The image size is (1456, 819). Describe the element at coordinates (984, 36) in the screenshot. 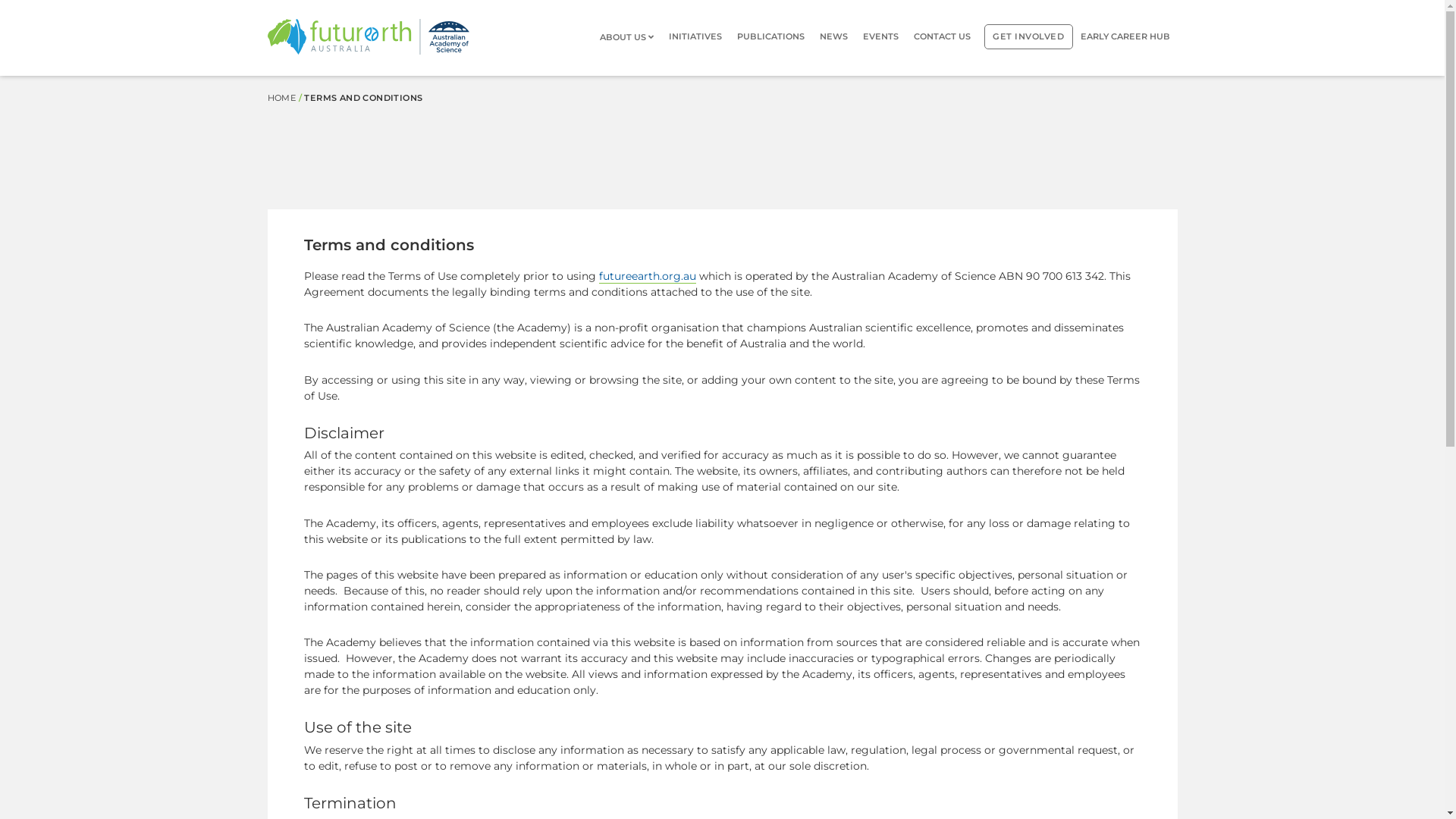

I see `'GET INVOLVED'` at that location.